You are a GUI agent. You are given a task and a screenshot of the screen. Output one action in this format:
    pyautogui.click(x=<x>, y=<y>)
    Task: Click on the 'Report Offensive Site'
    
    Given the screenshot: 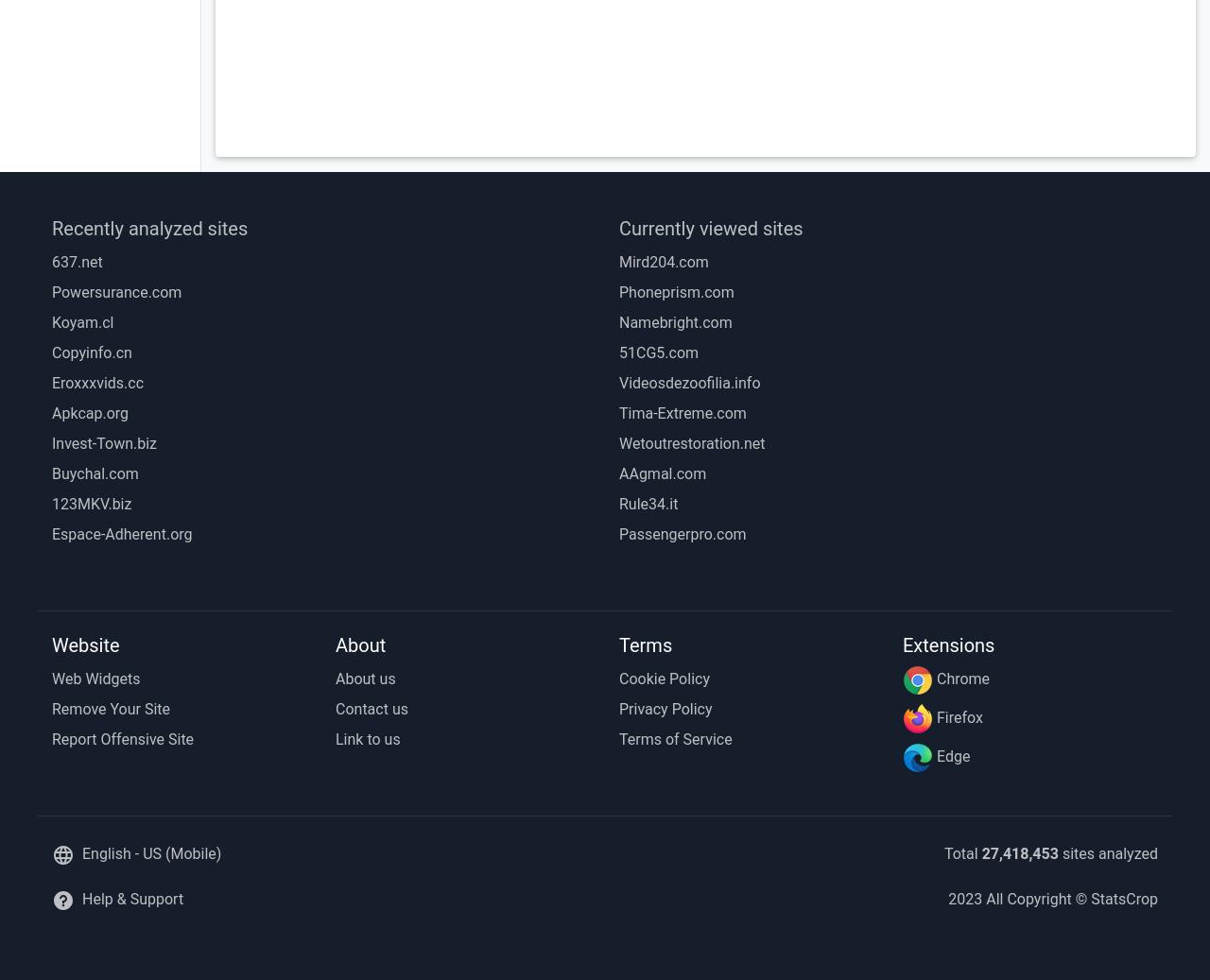 What is the action you would take?
    pyautogui.click(x=122, y=739)
    